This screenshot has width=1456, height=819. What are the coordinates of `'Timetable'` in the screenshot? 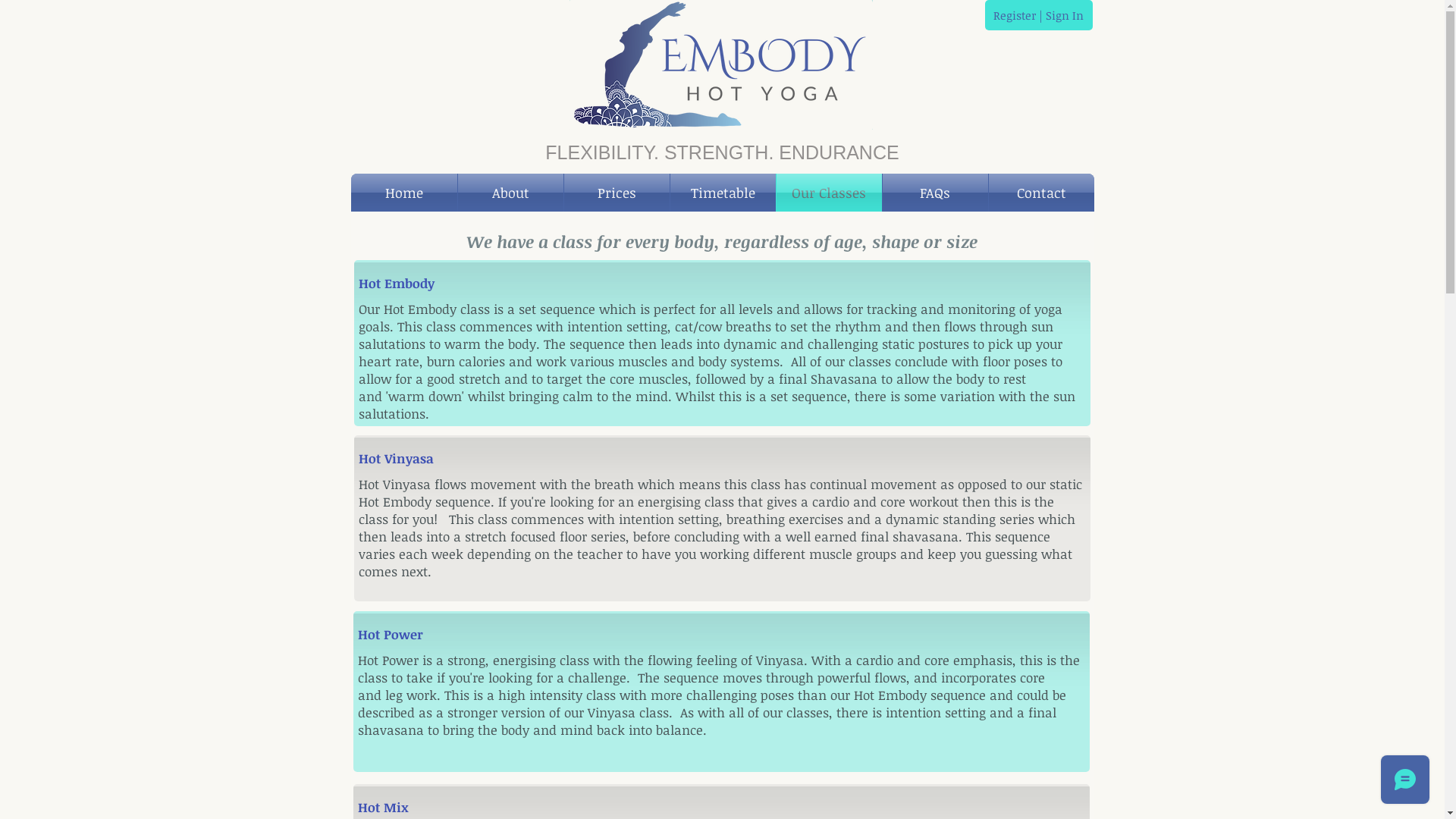 It's located at (722, 192).